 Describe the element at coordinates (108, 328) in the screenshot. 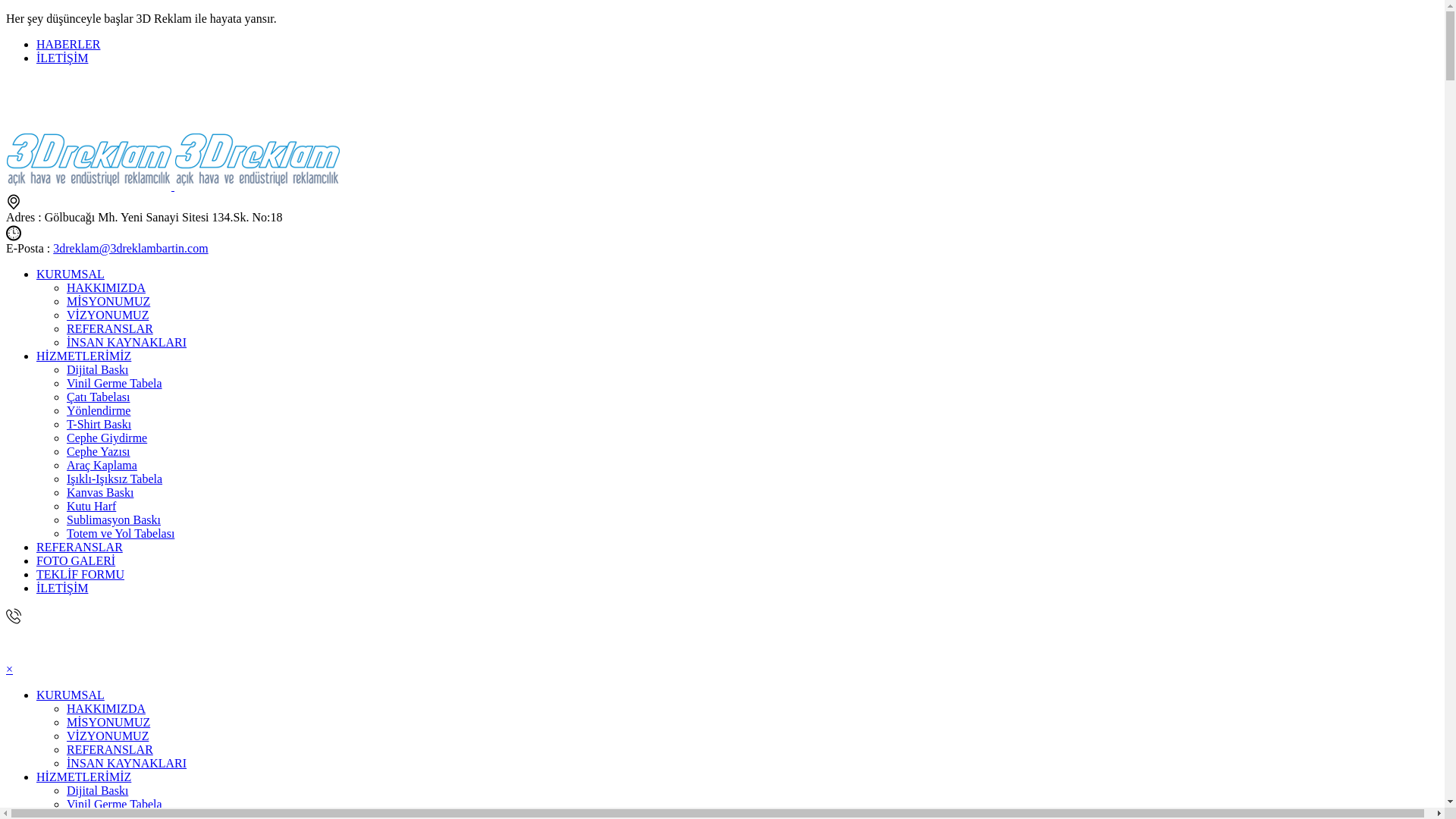

I see `'REFERANSLAR'` at that location.